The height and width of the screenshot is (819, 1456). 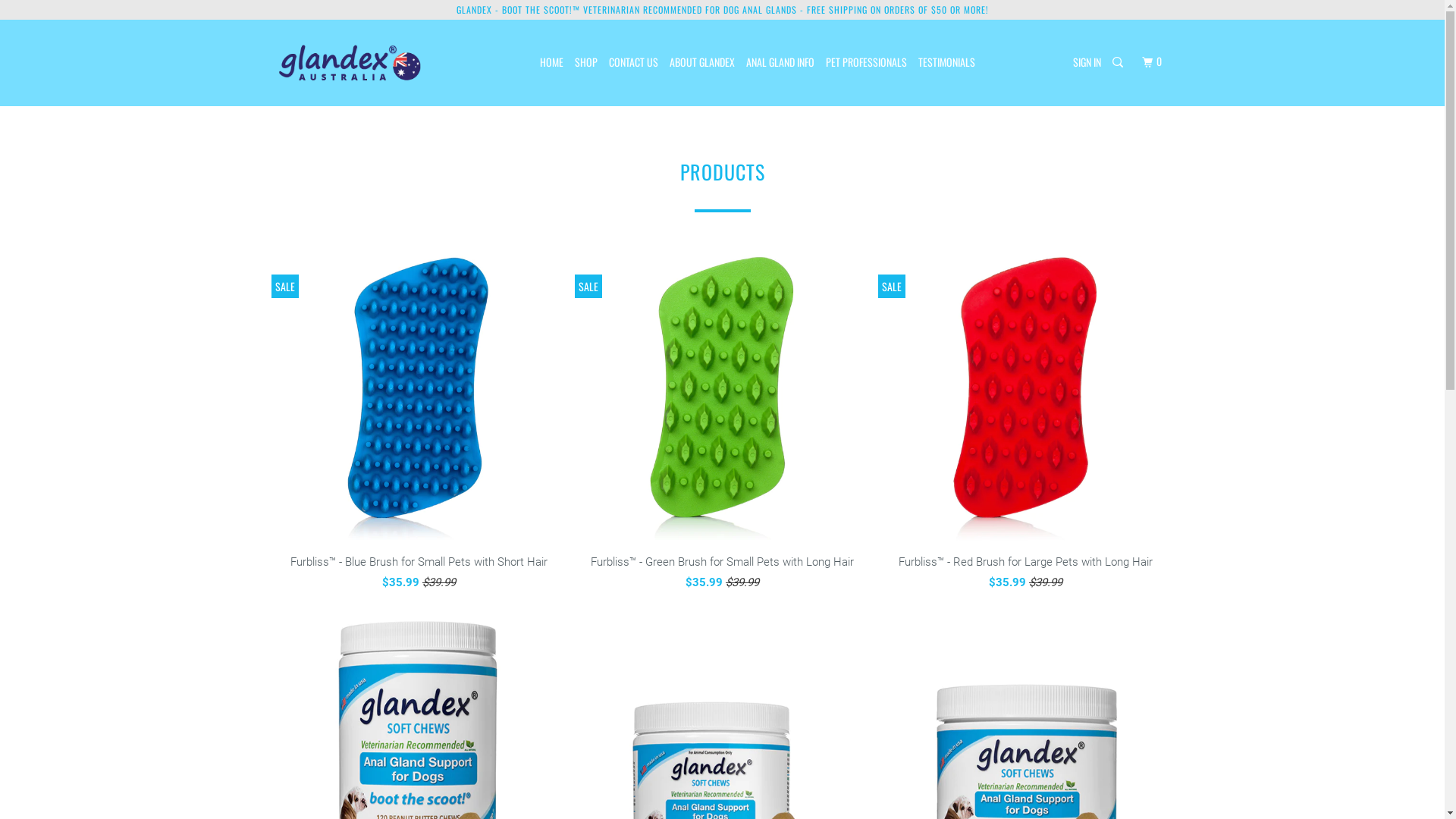 What do you see at coordinates (1086, 61) in the screenshot?
I see `'SIGN IN'` at bounding box center [1086, 61].